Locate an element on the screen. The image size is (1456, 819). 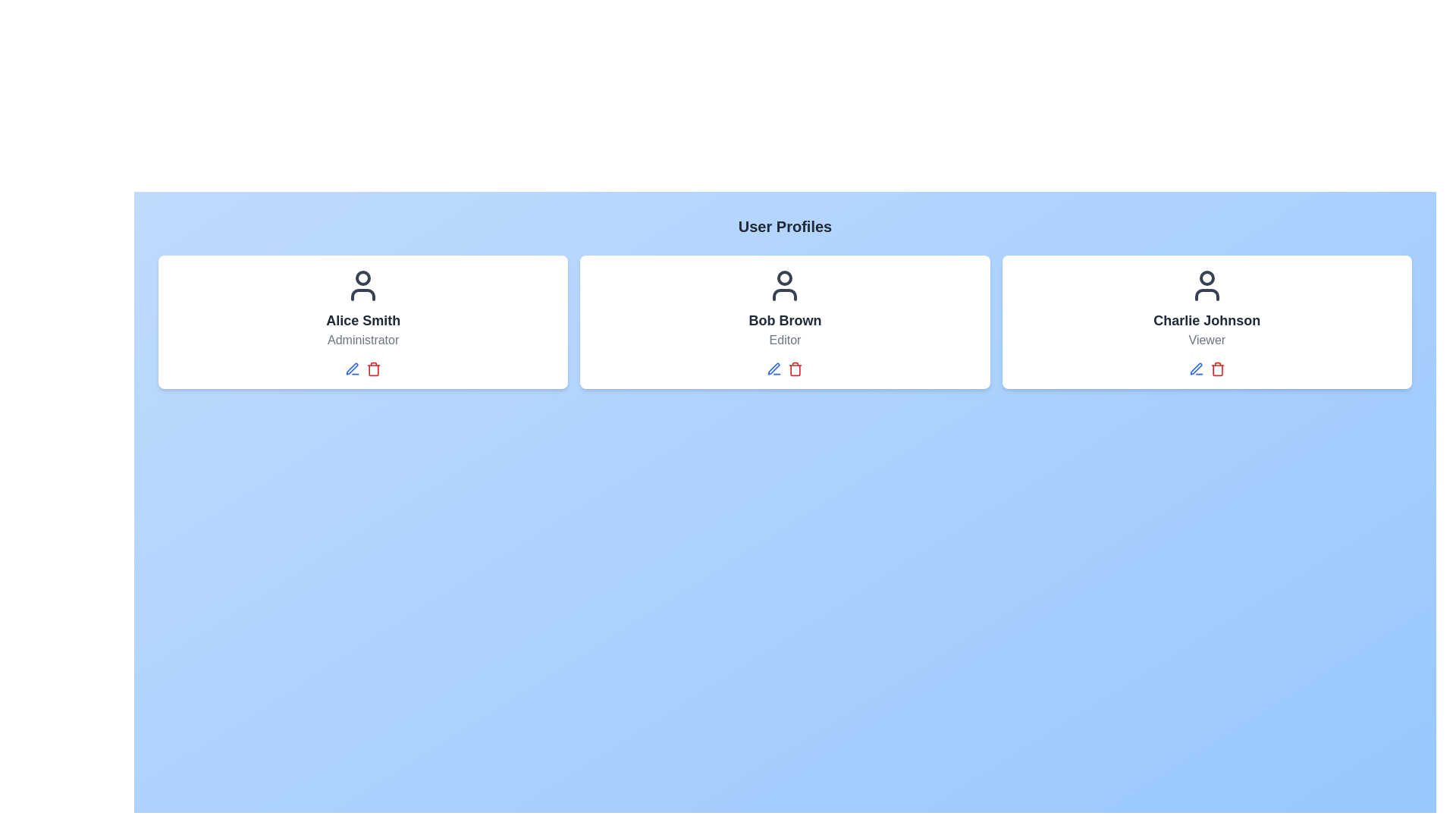
the graphical vector element representing the bottom portion of the user profile icon for 'Bob Brown, Editor' is located at coordinates (785, 295).